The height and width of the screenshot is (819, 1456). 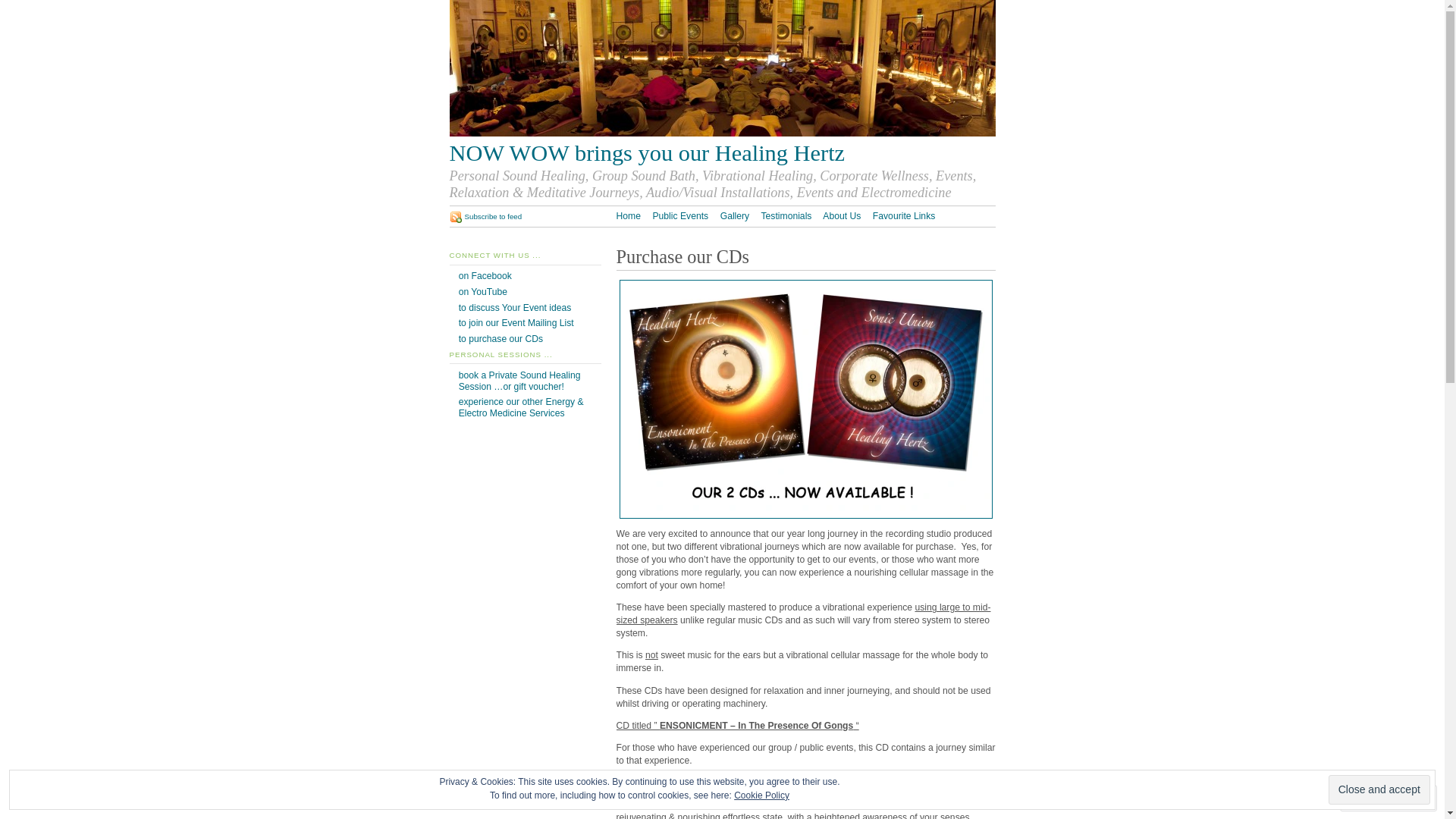 I want to click on 'Home', so click(x=628, y=216).